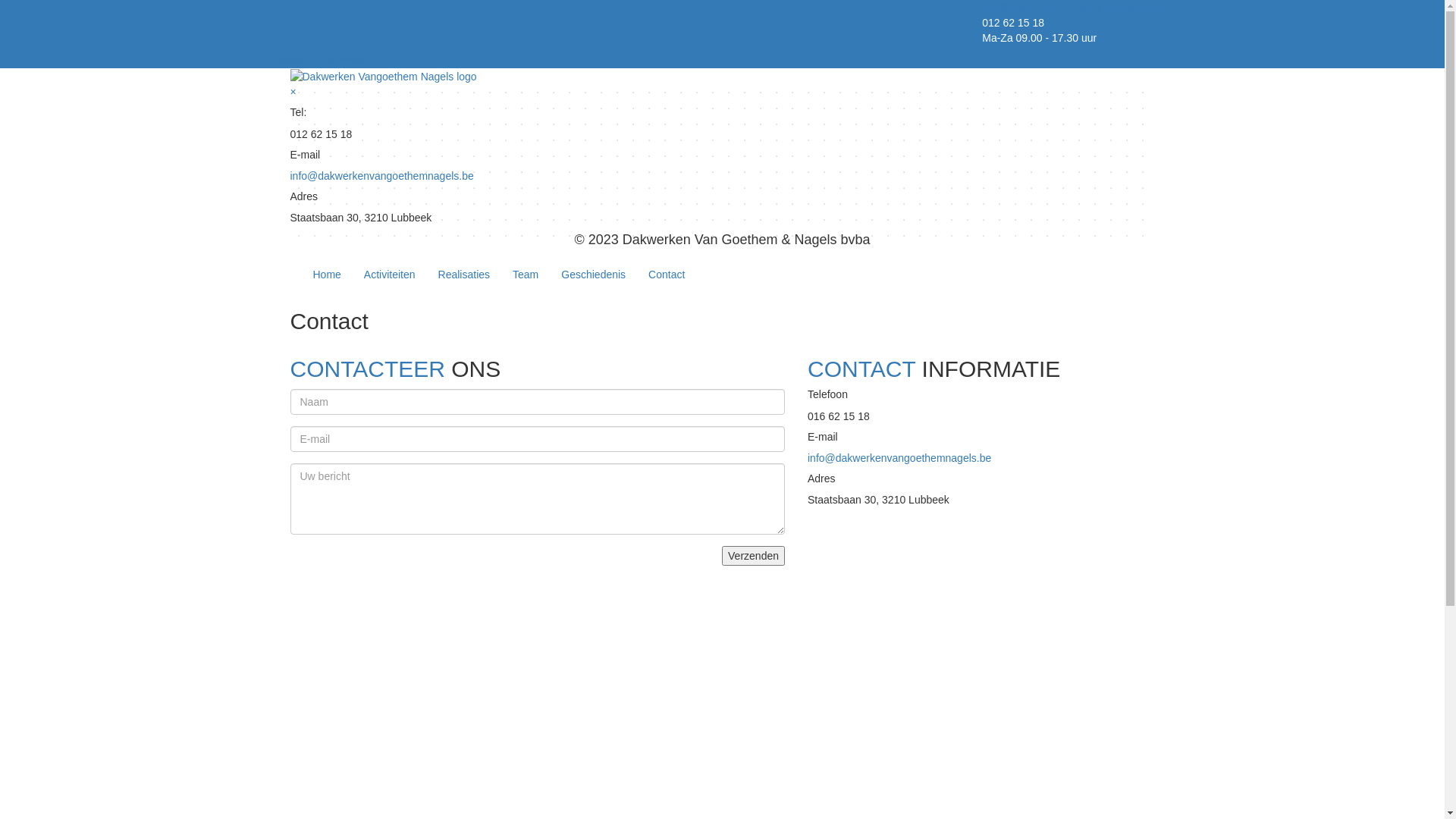 The width and height of the screenshot is (1456, 819). I want to click on 'Home', so click(326, 275).